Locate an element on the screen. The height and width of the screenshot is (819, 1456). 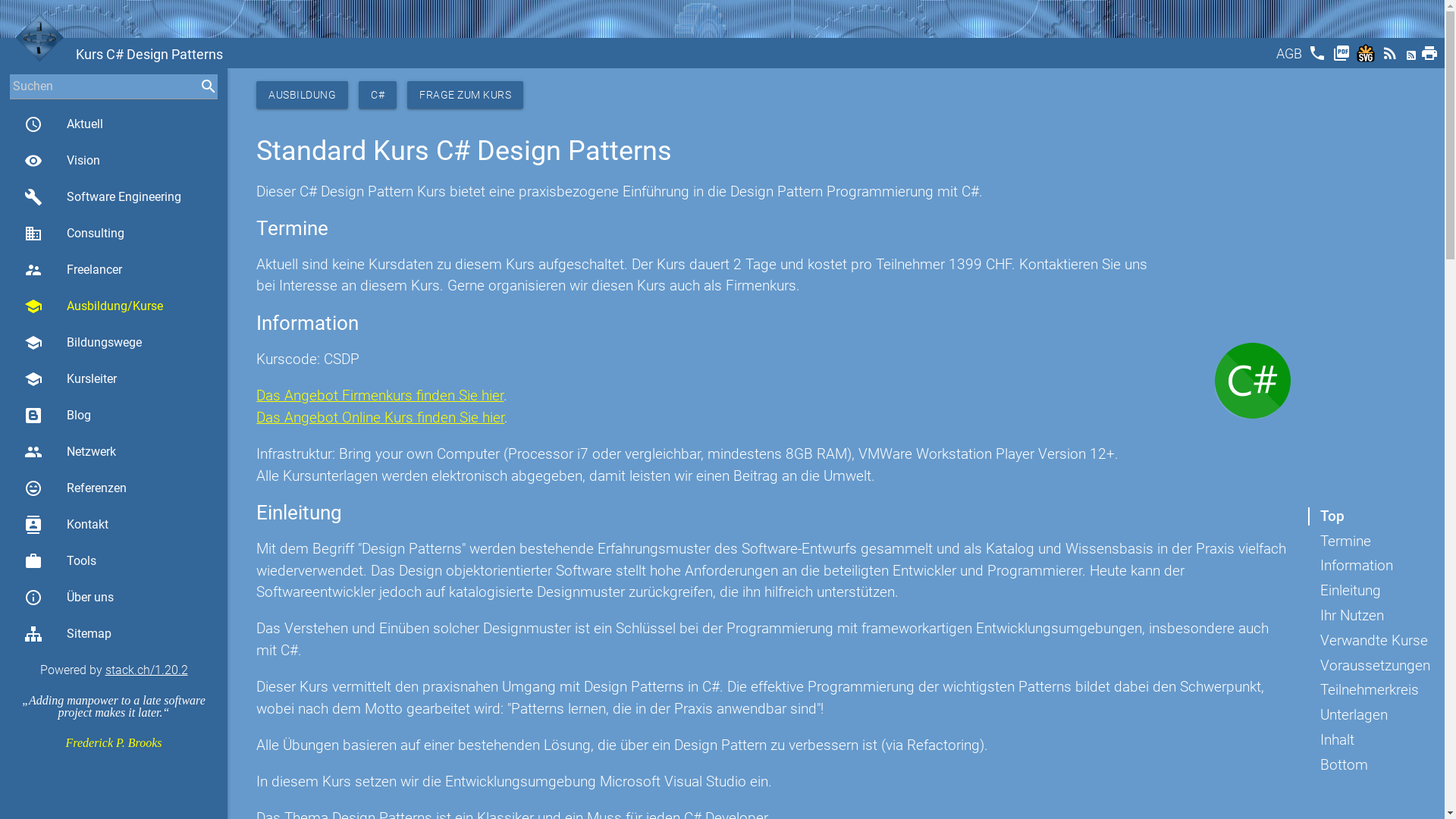
'Svg' is located at coordinates (1367, 57).